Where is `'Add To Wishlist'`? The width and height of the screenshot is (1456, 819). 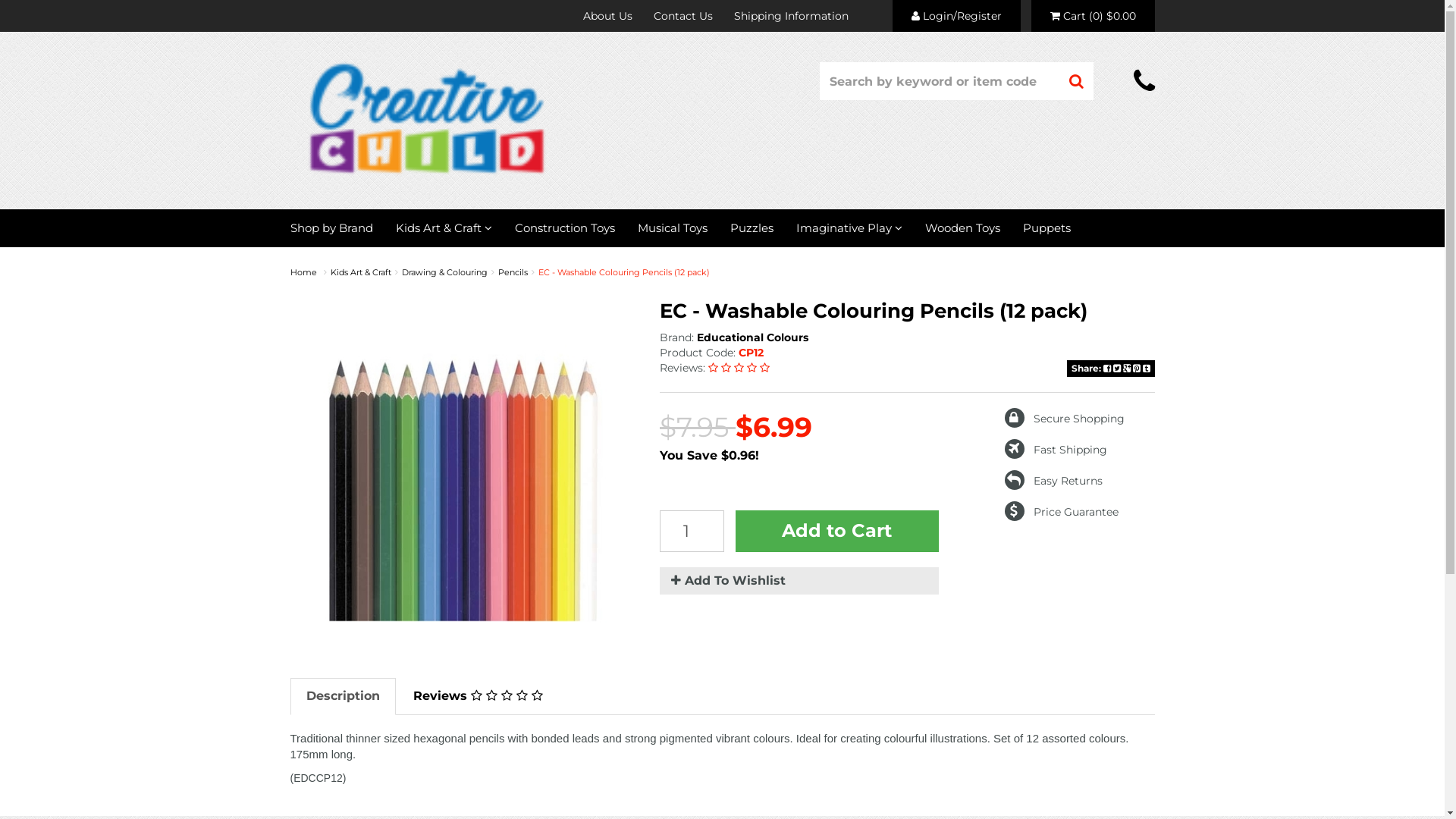
'Add To Wishlist' is located at coordinates (799, 580).